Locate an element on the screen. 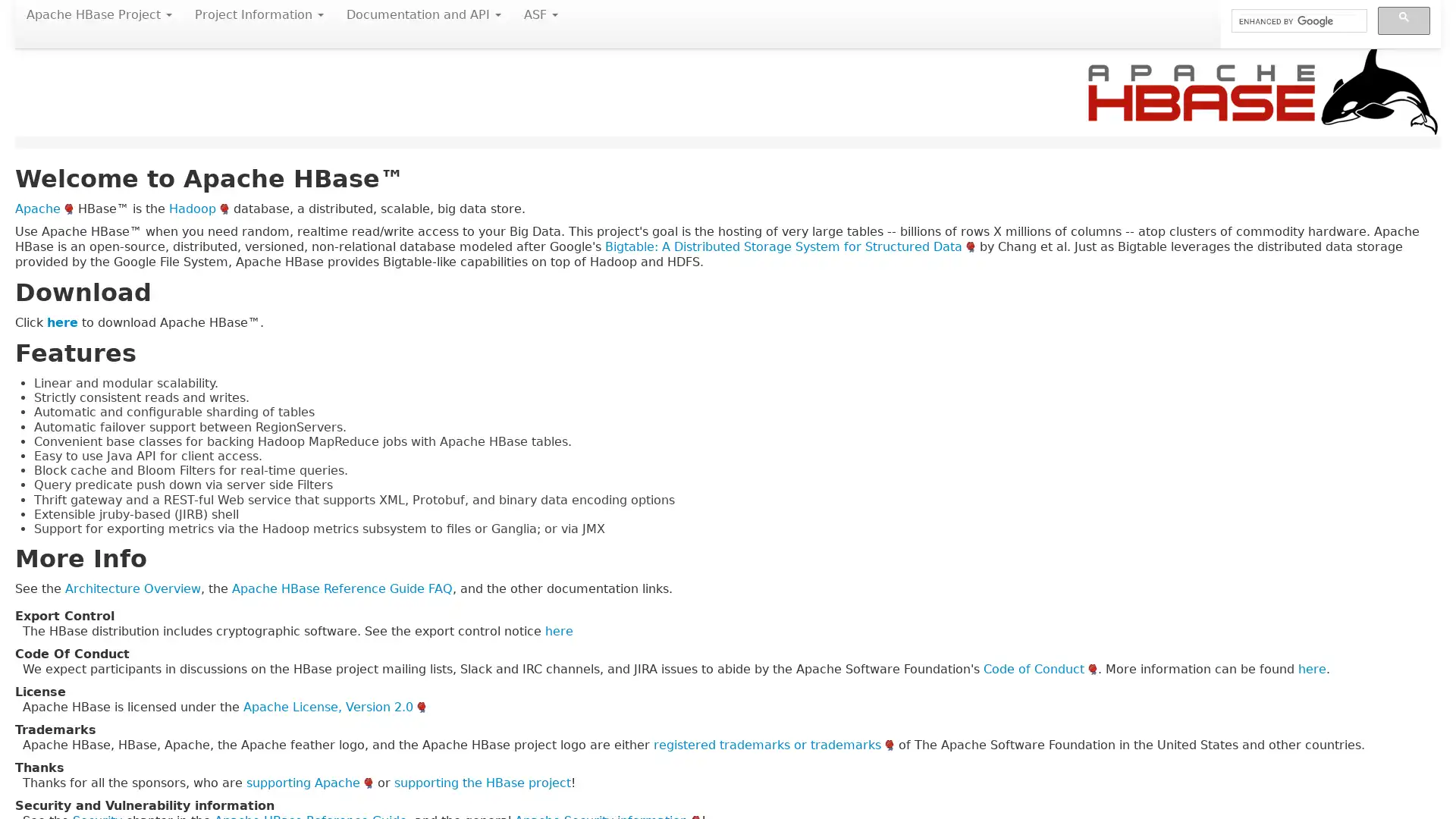 The image size is (1456, 819). search is located at coordinates (1403, 20).